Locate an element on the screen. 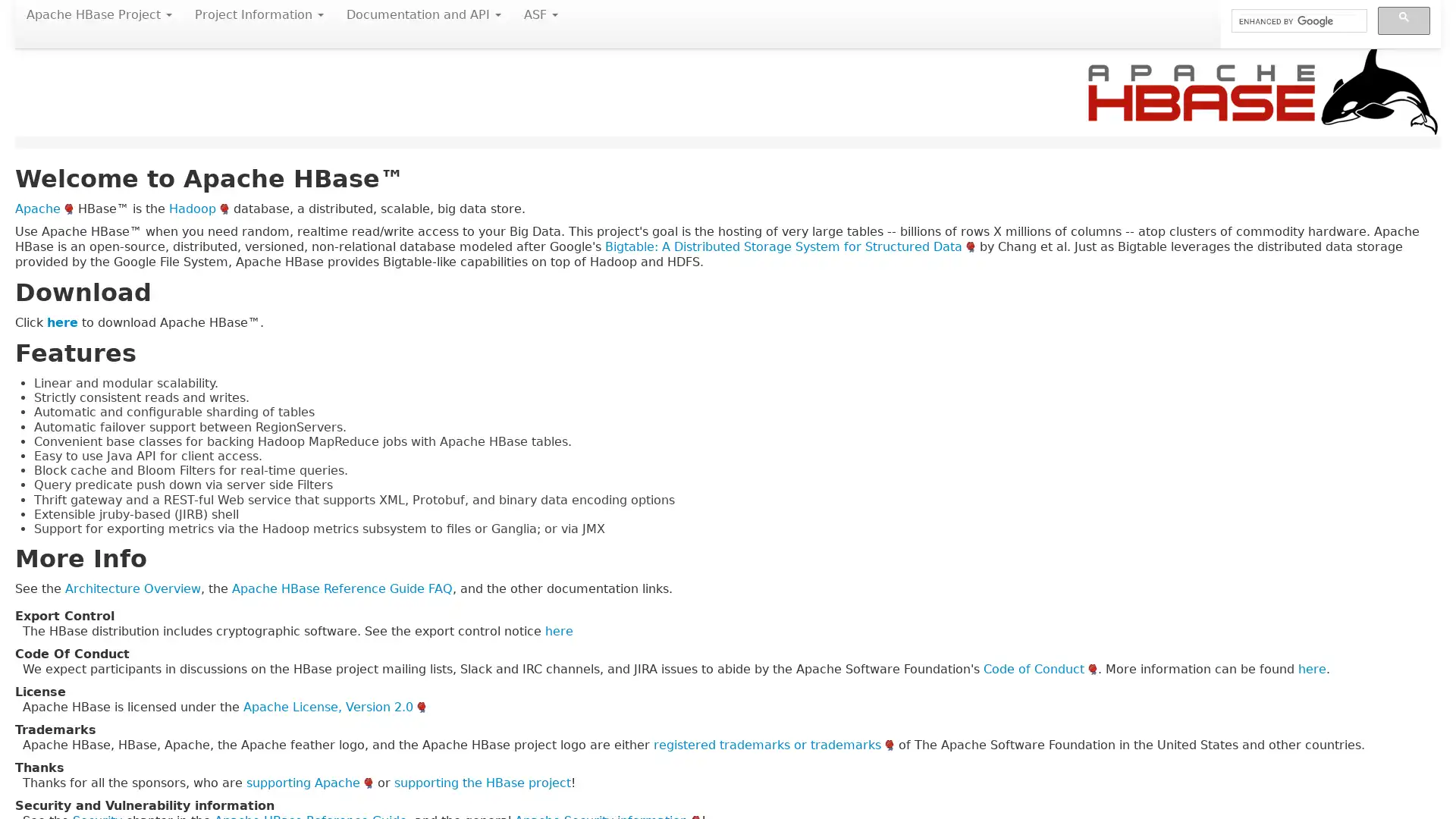 The image size is (1456, 819). search is located at coordinates (1403, 20).